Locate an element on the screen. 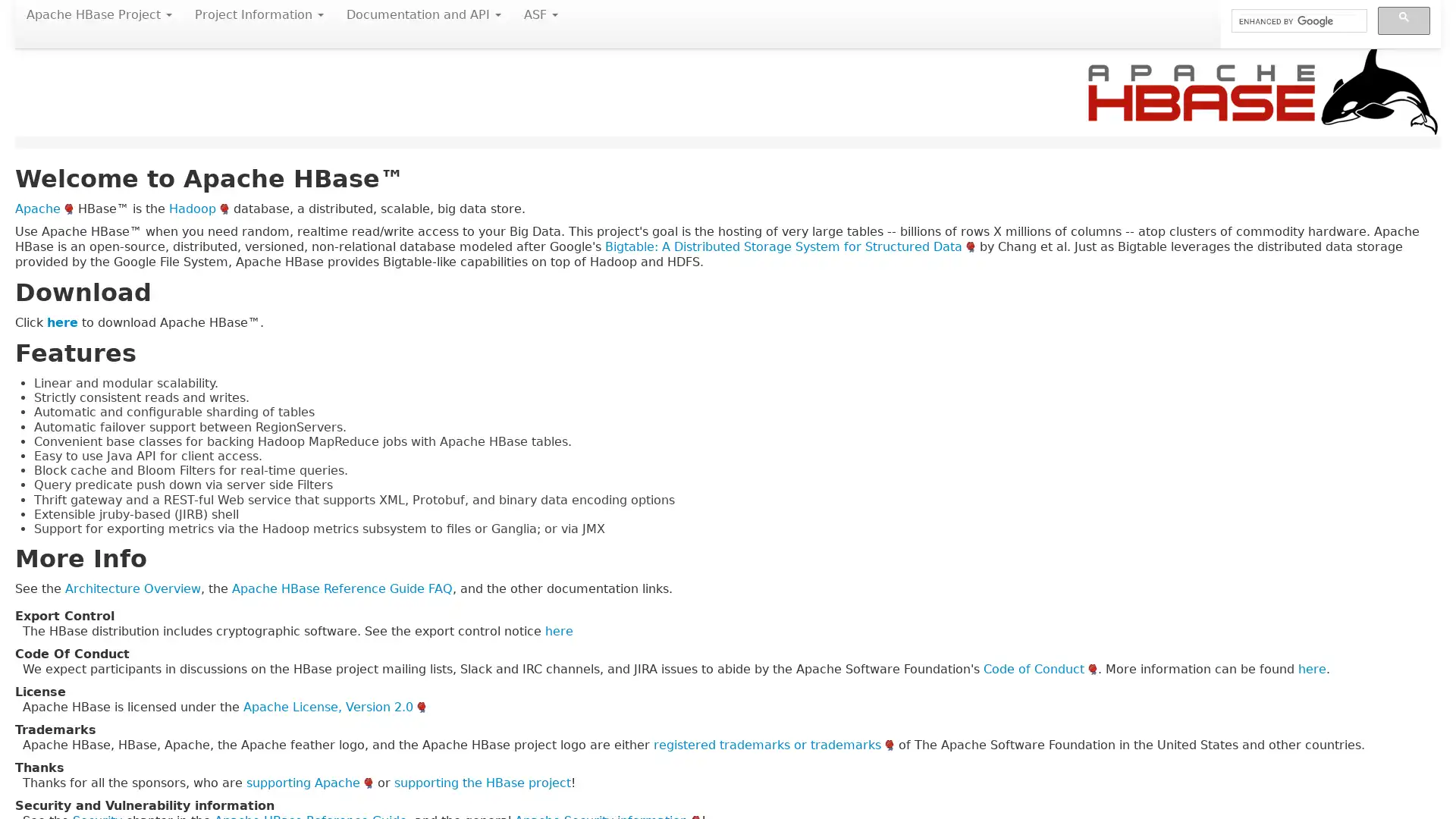 The image size is (1456, 819). search is located at coordinates (1403, 20).